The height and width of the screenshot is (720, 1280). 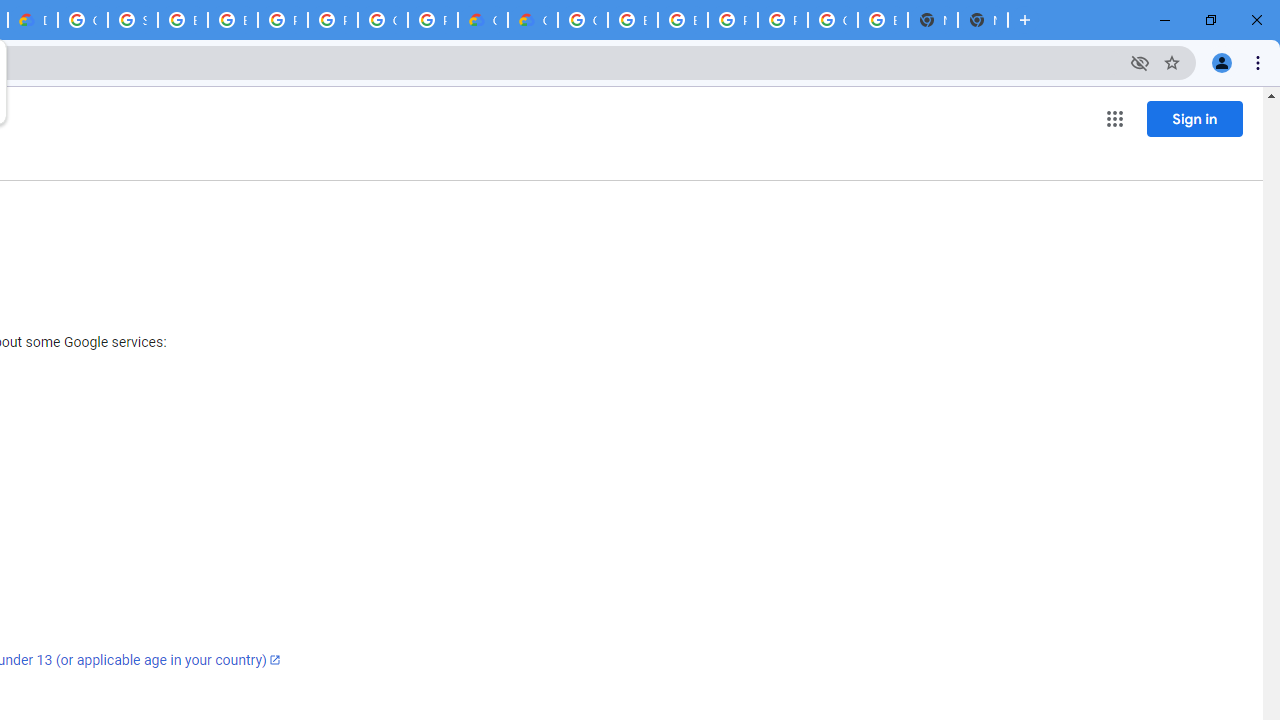 What do you see at coordinates (983, 20) in the screenshot?
I see `'New Tab'` at bounding box center [983, 20].